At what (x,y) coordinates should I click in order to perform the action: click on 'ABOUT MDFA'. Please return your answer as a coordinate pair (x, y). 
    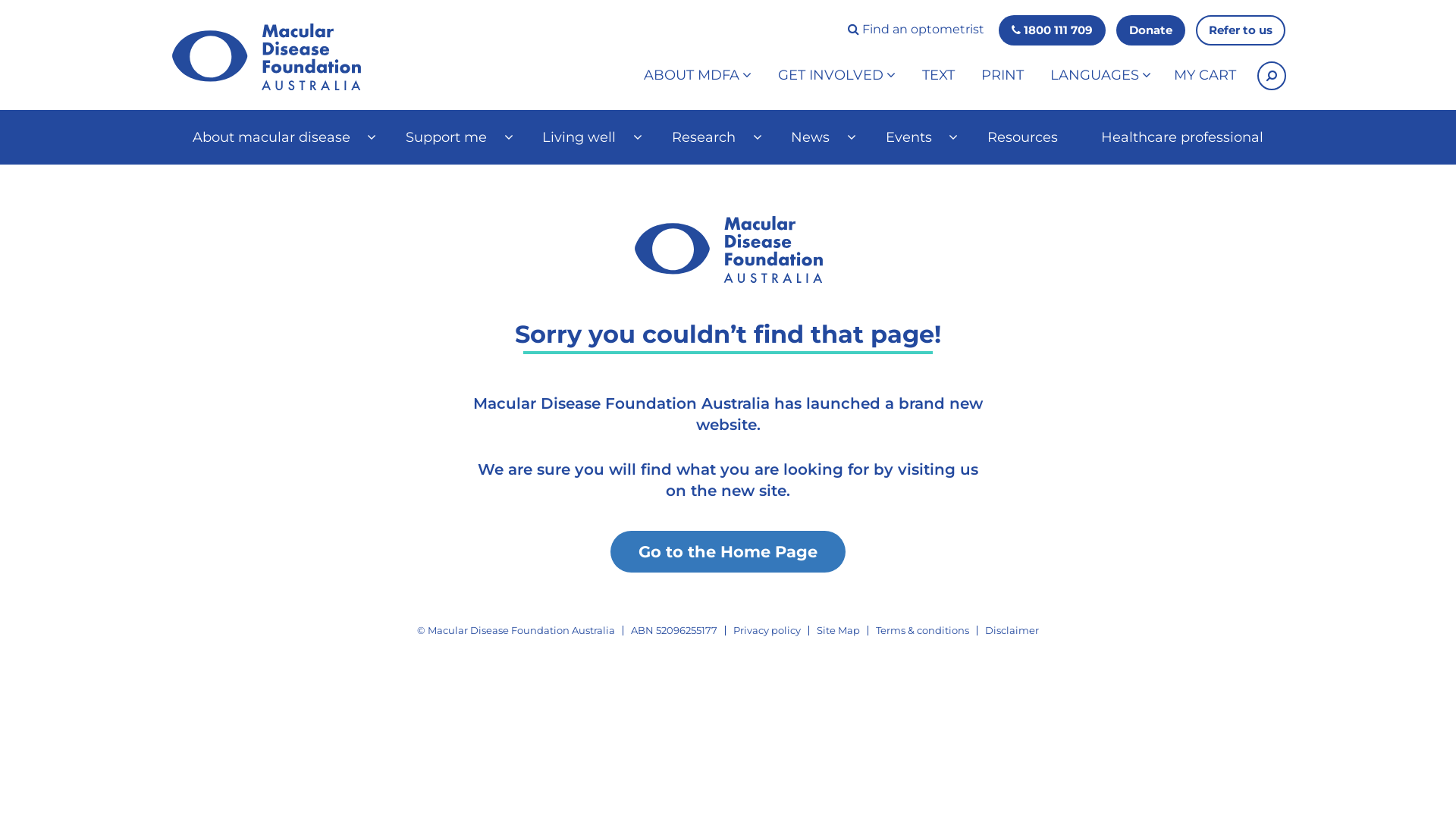
    Looking at the image, I should click on (632, 76).